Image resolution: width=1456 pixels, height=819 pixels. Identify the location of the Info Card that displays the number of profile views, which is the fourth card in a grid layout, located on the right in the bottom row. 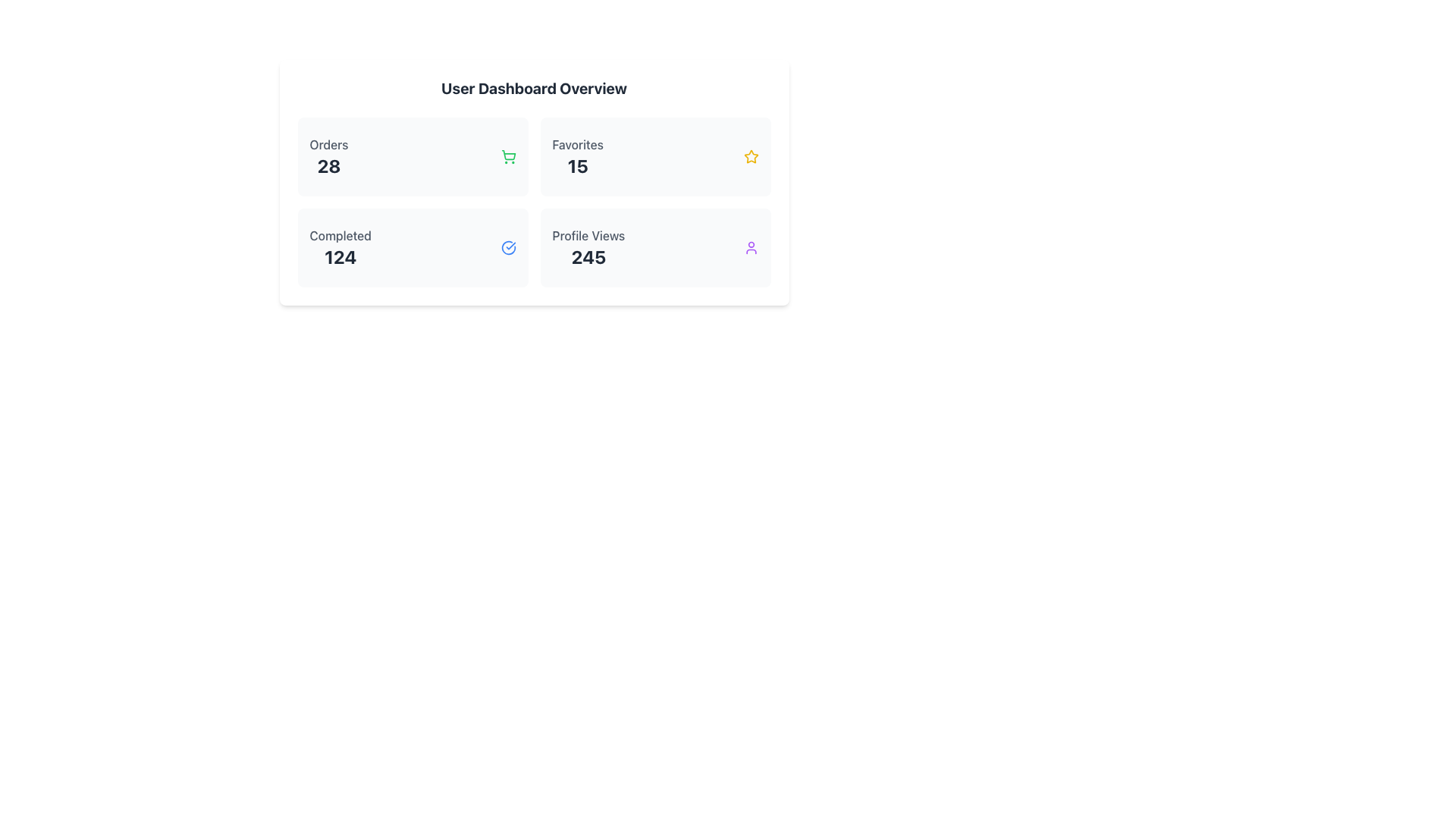
(655, 247).